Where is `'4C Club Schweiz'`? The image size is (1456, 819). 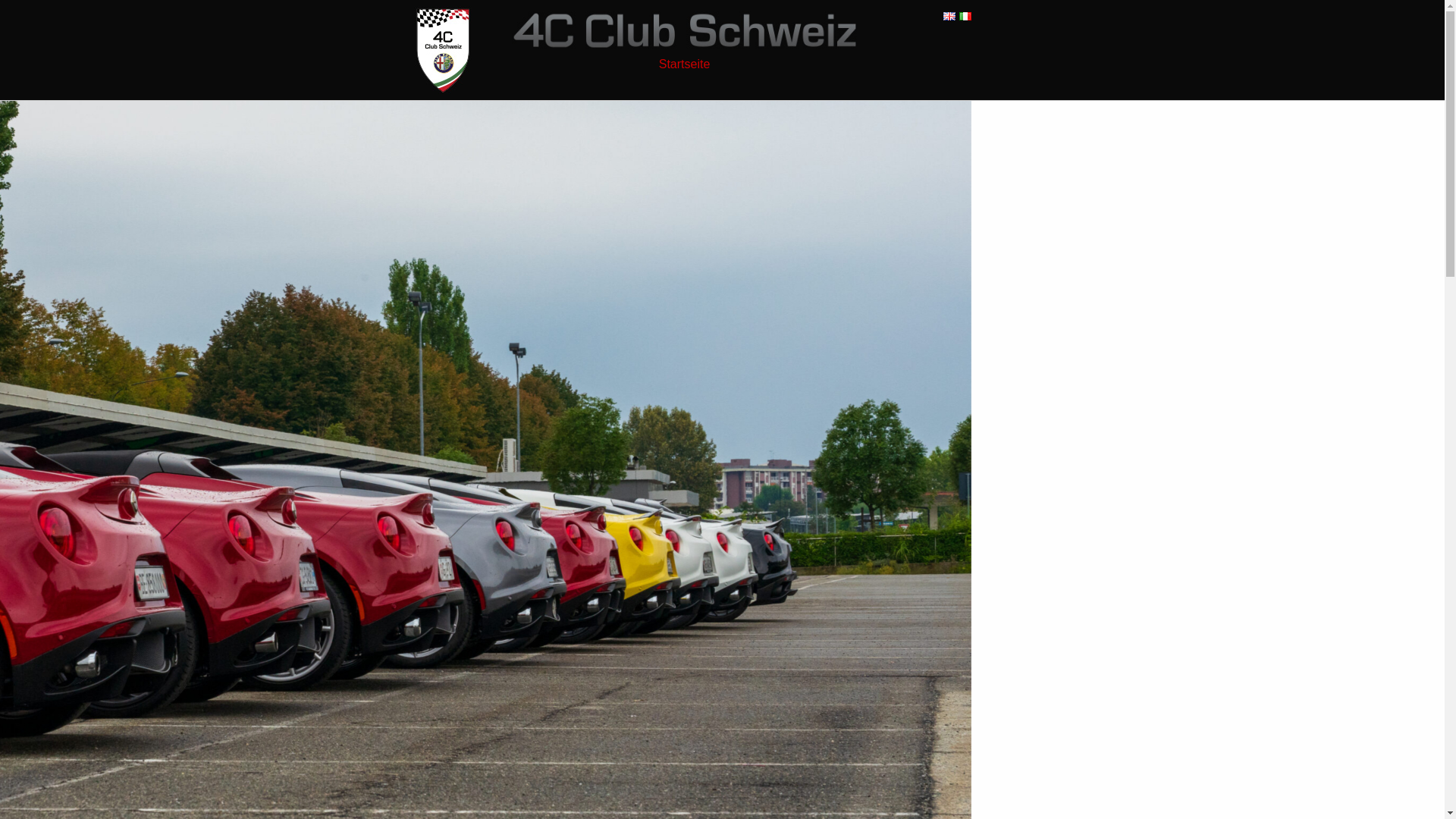 '4C Club Schweiz' is located at coordinates (414, 49).